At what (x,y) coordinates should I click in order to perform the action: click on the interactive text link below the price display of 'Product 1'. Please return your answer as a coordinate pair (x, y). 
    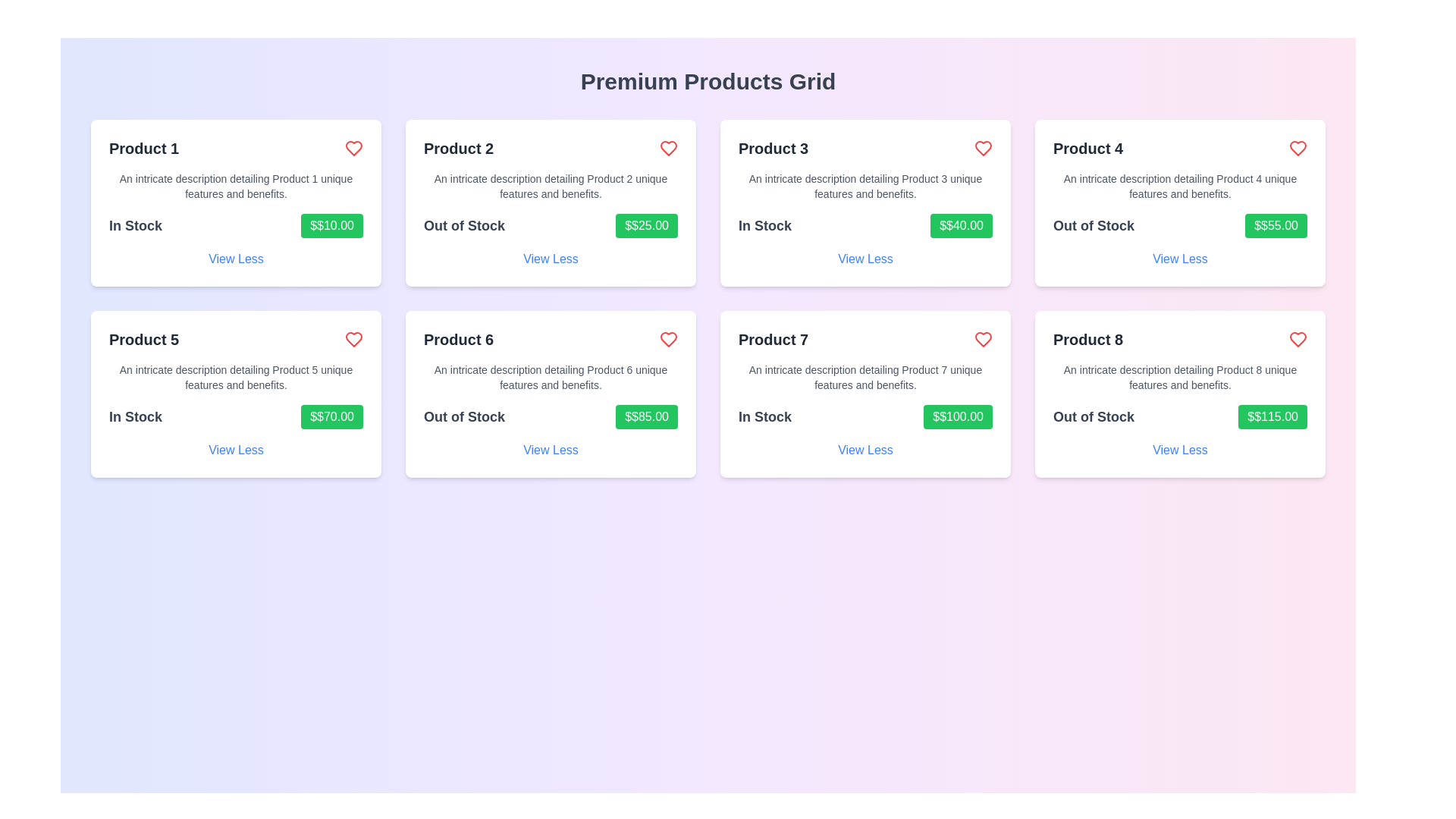
    Looking at the image, I should click on (235, 259).